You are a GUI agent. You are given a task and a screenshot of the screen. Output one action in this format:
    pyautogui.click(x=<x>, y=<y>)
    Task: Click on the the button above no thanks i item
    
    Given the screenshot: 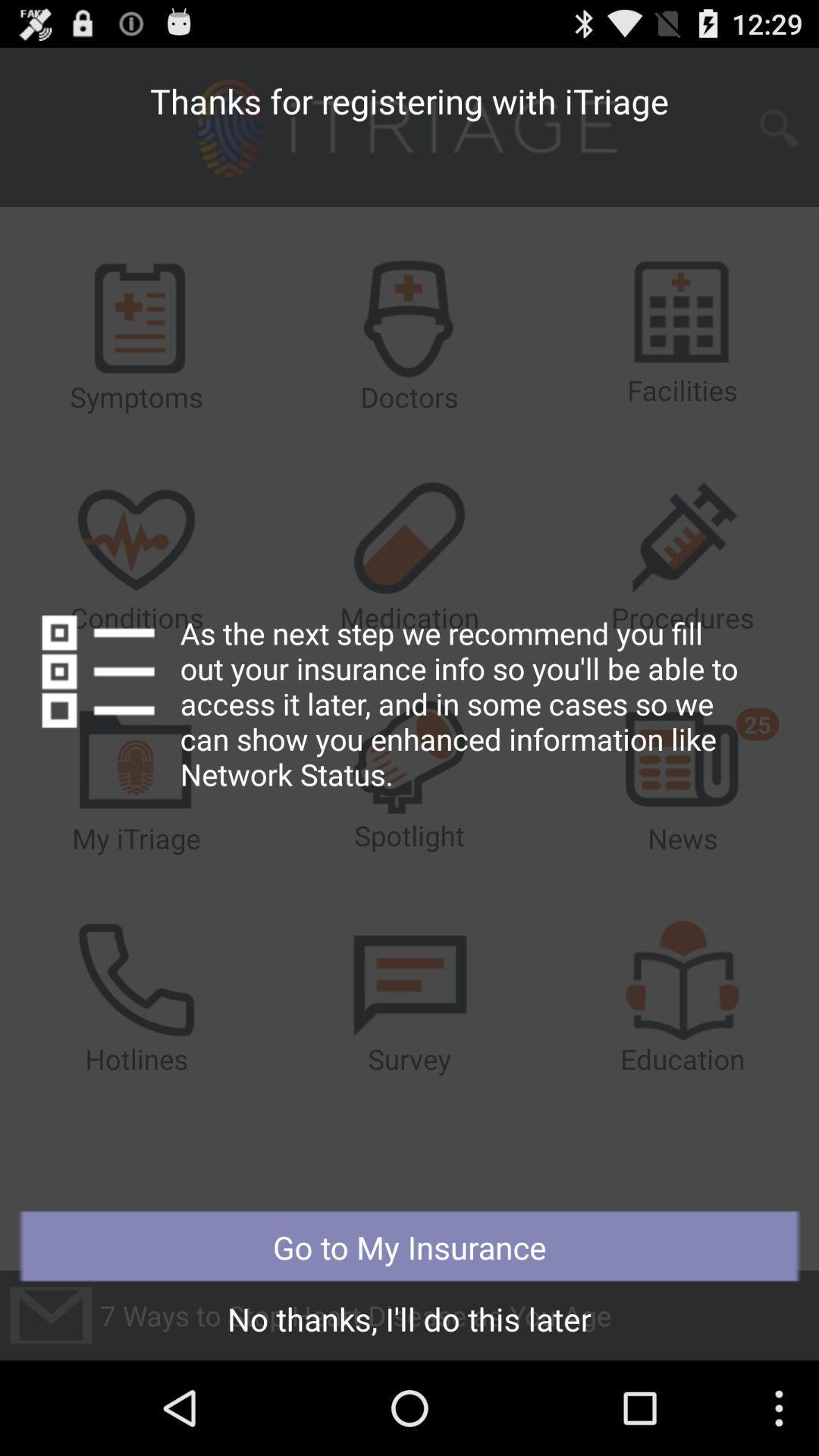 What is the action you would take?
    pyautogui.click(x=409, y=1247)
    